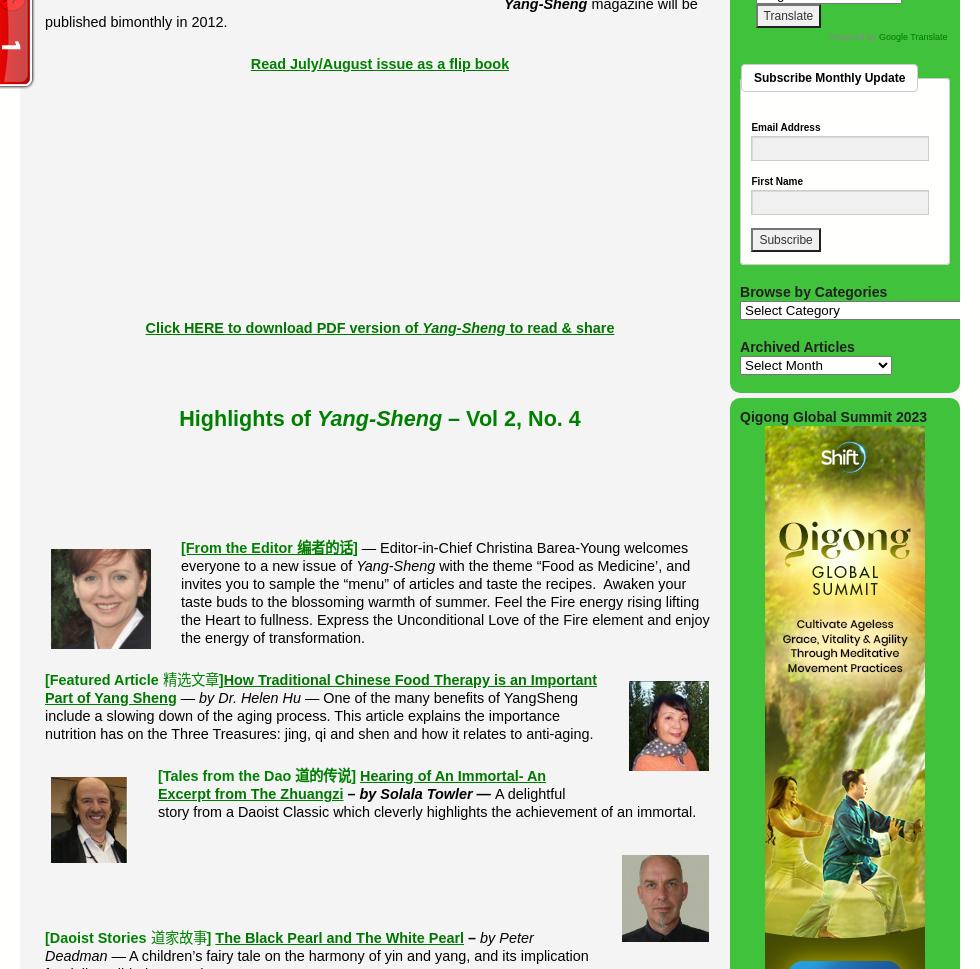 This screenshot has height=969, width=980. I want to click on 'Email Address', so click(785, 127).